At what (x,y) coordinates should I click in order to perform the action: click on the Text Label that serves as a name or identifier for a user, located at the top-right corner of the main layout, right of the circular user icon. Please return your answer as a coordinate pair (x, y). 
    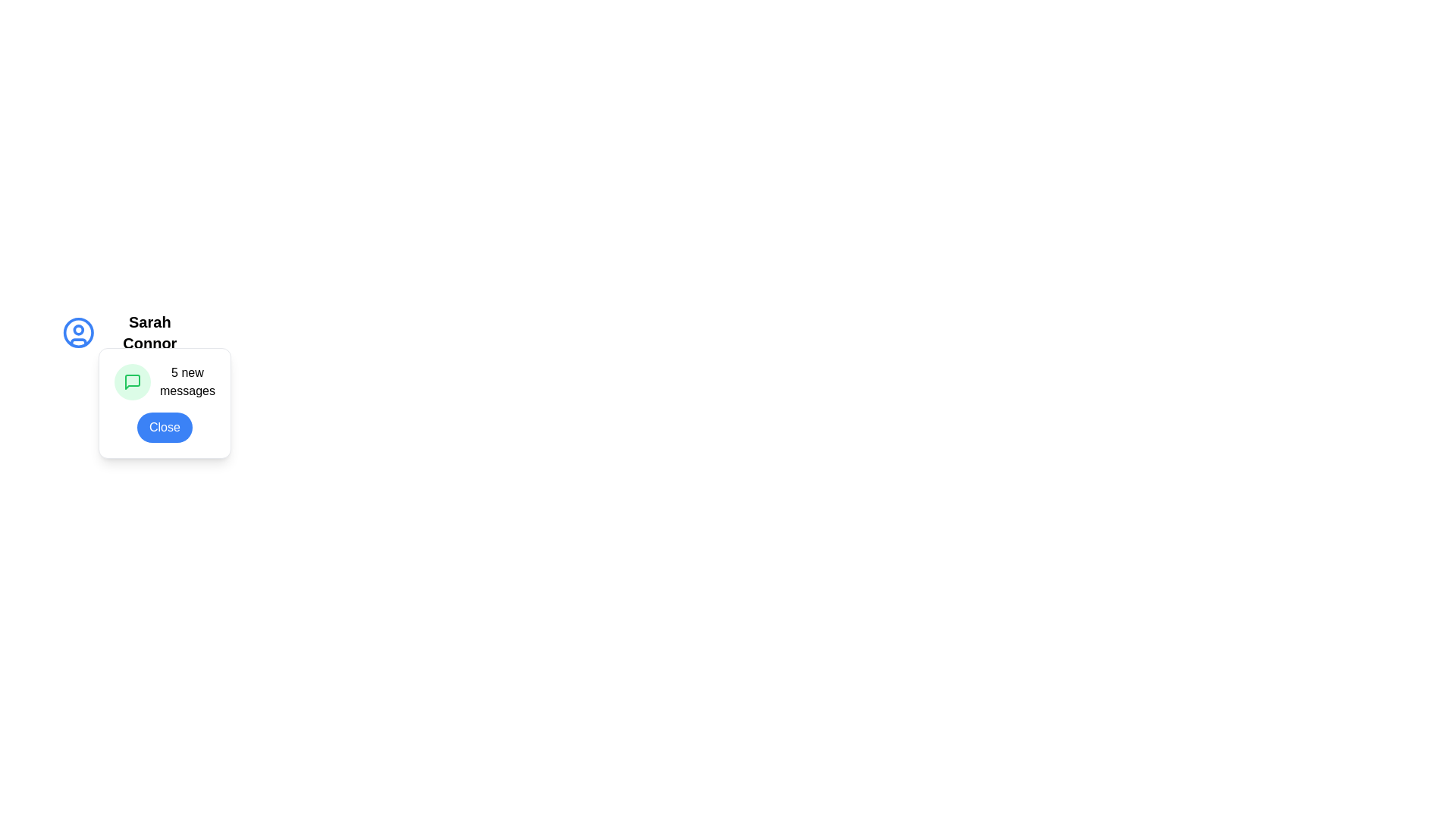
    Looking at the image, I should click on (149, 332).